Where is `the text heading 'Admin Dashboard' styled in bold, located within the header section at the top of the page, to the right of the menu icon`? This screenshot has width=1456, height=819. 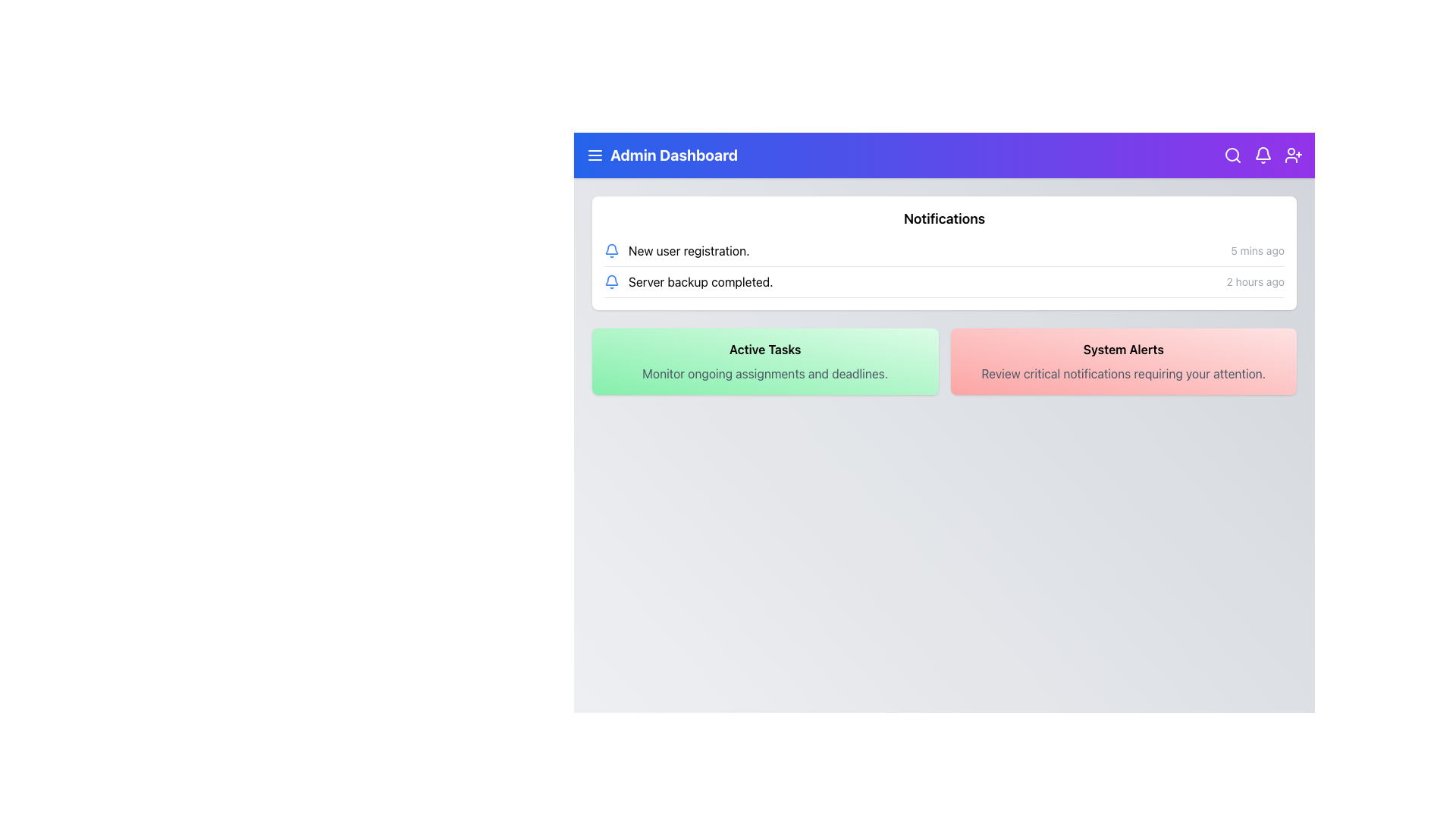
the text heading 'Admin Dashboard' styled in bold, located within the header section at the top of the page, to the right of the menu icon is located at coordinates (662, 155).